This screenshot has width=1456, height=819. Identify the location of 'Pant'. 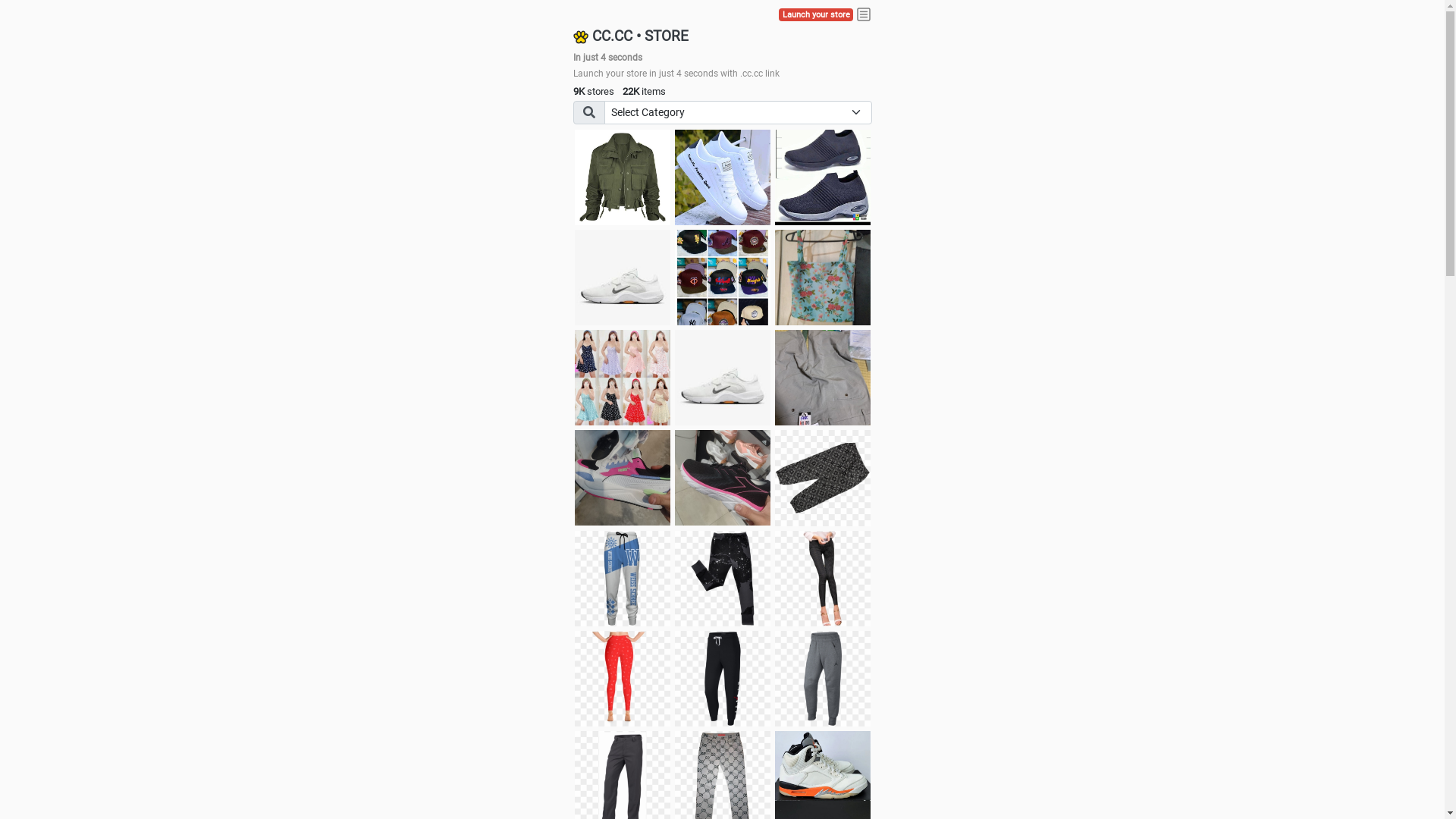
(622, 677).